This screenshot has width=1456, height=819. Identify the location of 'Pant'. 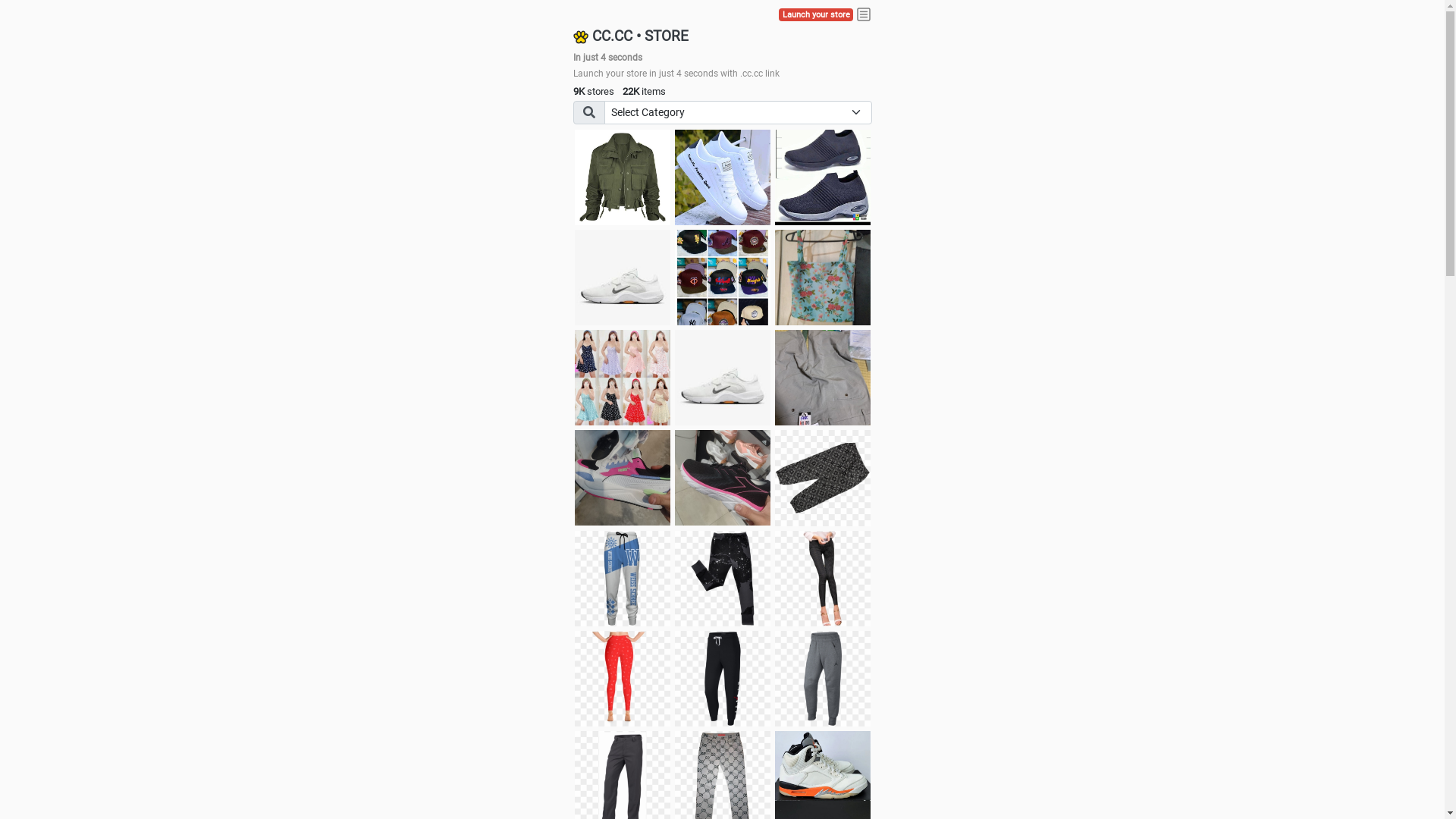
(622, 677).